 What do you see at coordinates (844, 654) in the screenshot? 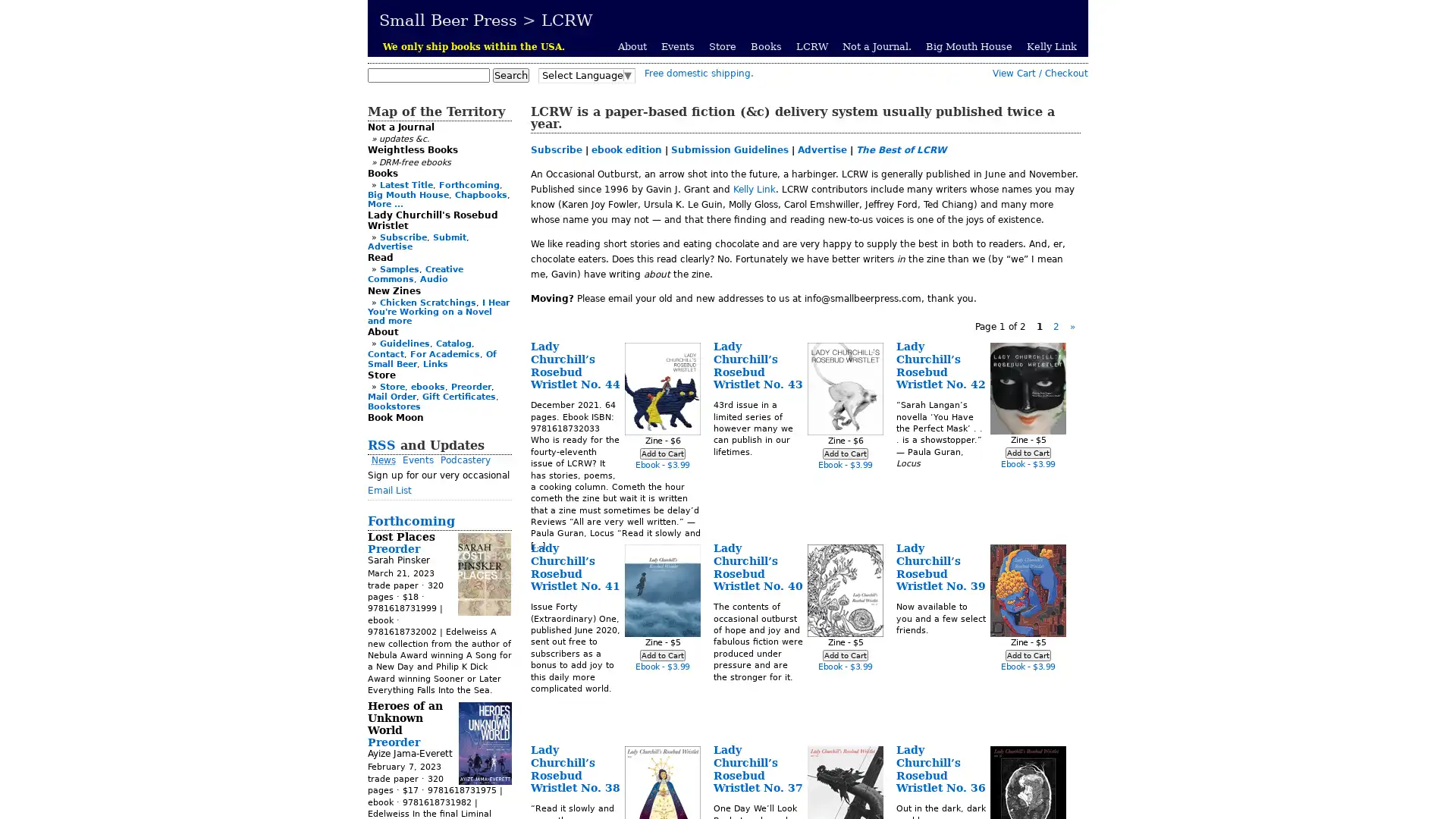
I see `Add to Cart` at bounding box center [844, 654].